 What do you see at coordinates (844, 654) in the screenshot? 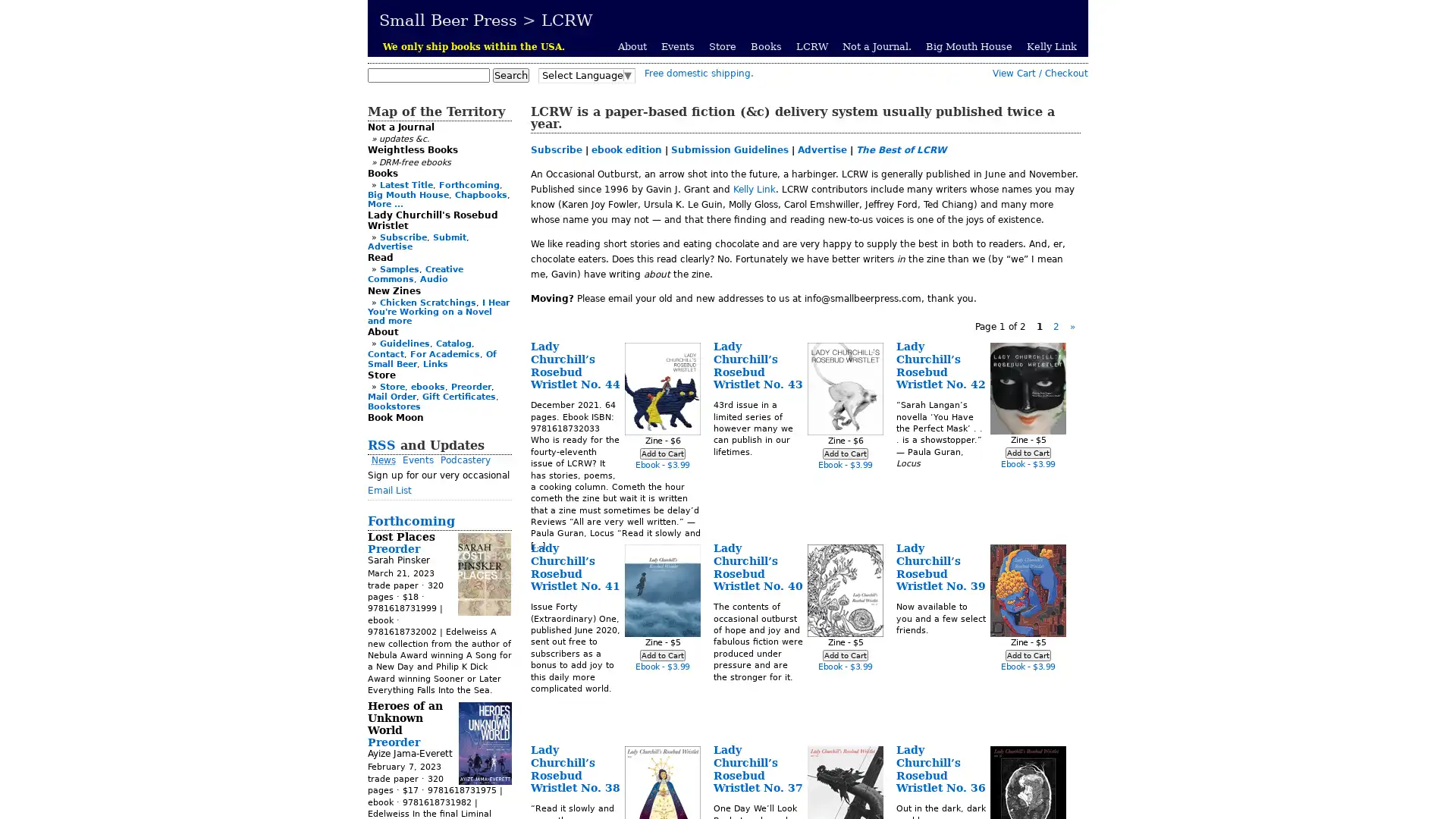
I see `Add to Cart` at bounding box center [844, 654].